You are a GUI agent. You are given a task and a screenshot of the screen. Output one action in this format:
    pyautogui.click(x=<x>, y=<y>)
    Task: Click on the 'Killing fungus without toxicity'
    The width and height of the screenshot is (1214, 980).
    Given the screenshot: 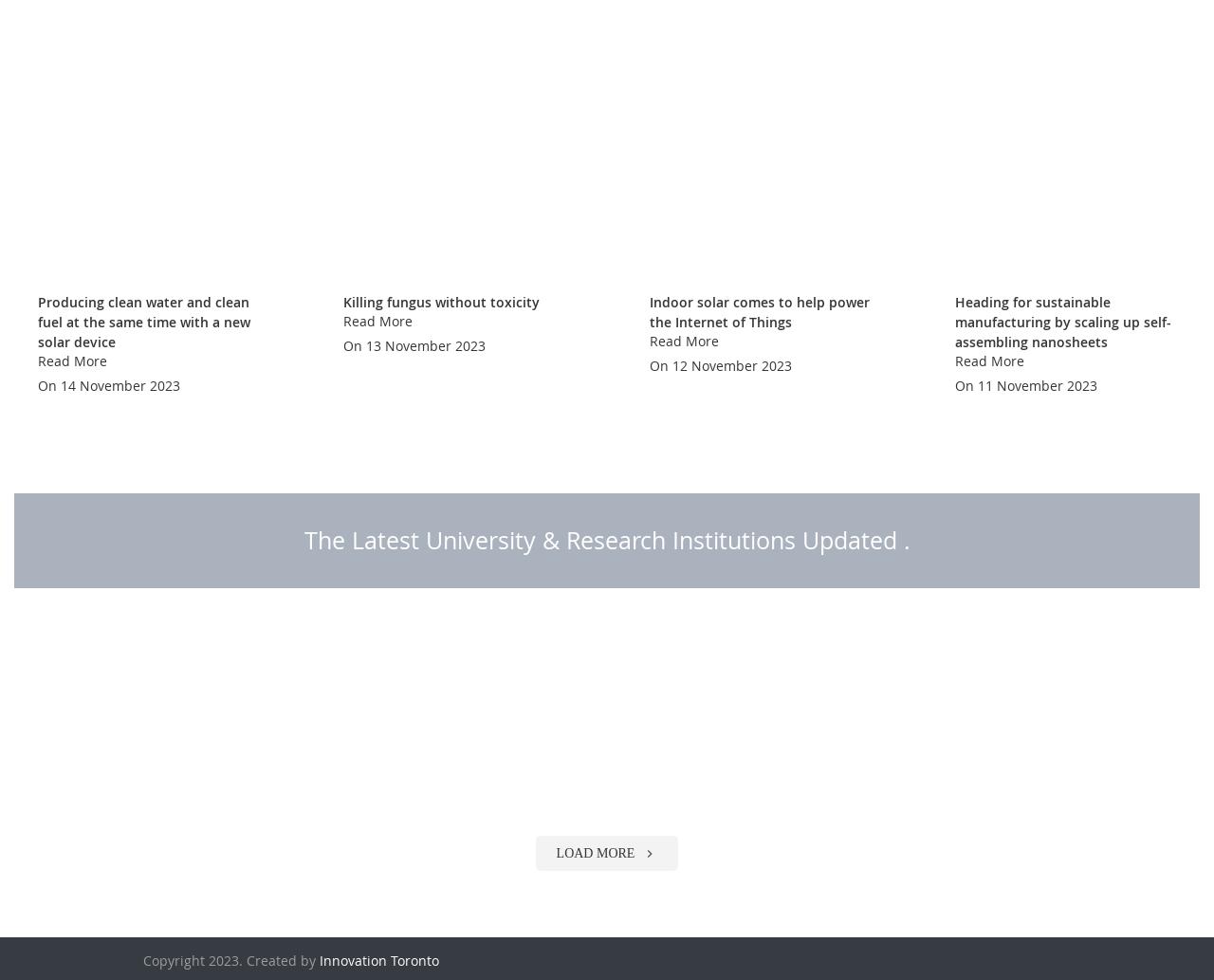 What is the action you would take?
    pyautogui.click(x=440, y=351)
    